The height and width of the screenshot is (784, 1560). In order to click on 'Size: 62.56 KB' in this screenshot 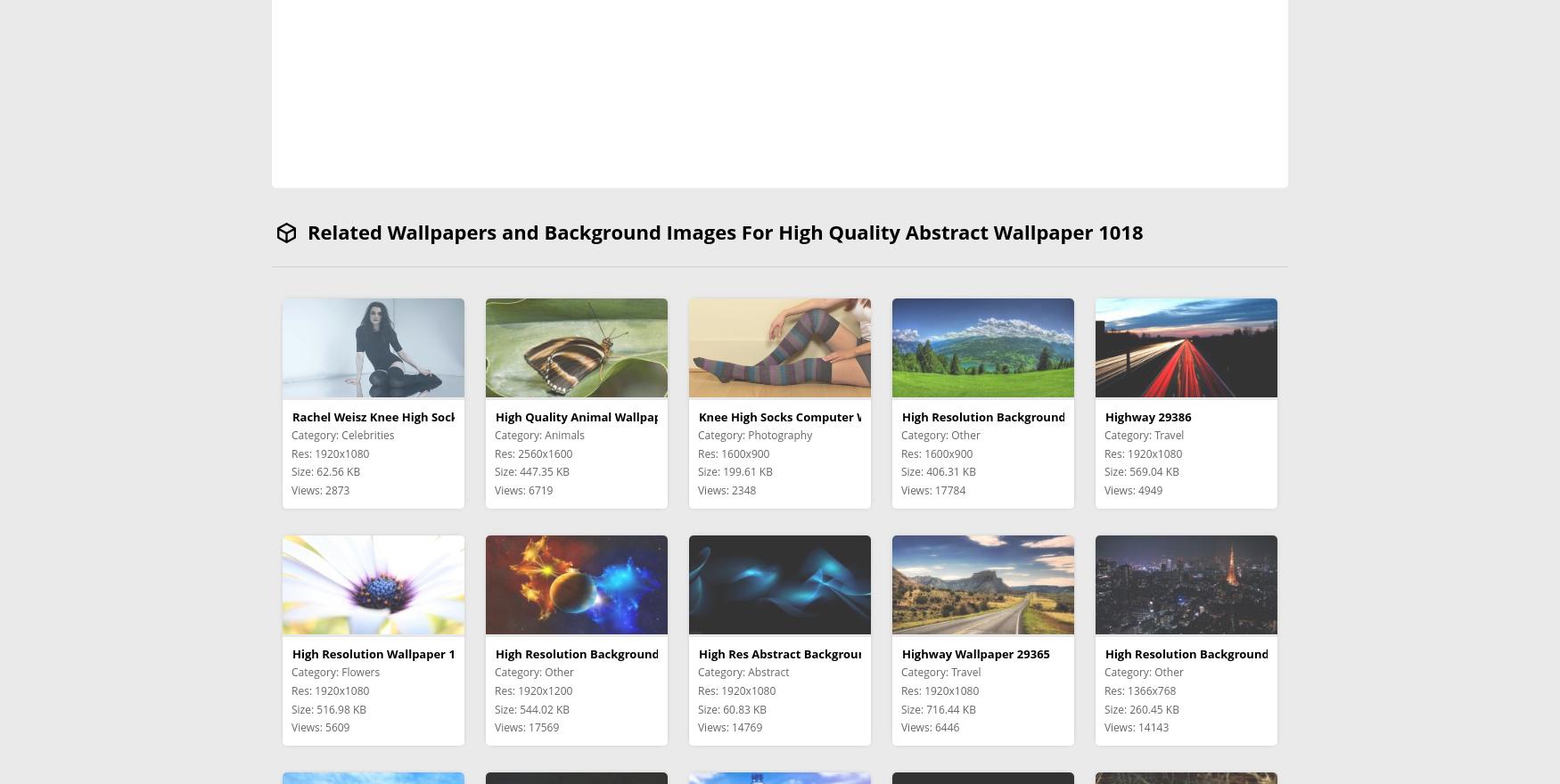, I will do `click(325, 470)`.